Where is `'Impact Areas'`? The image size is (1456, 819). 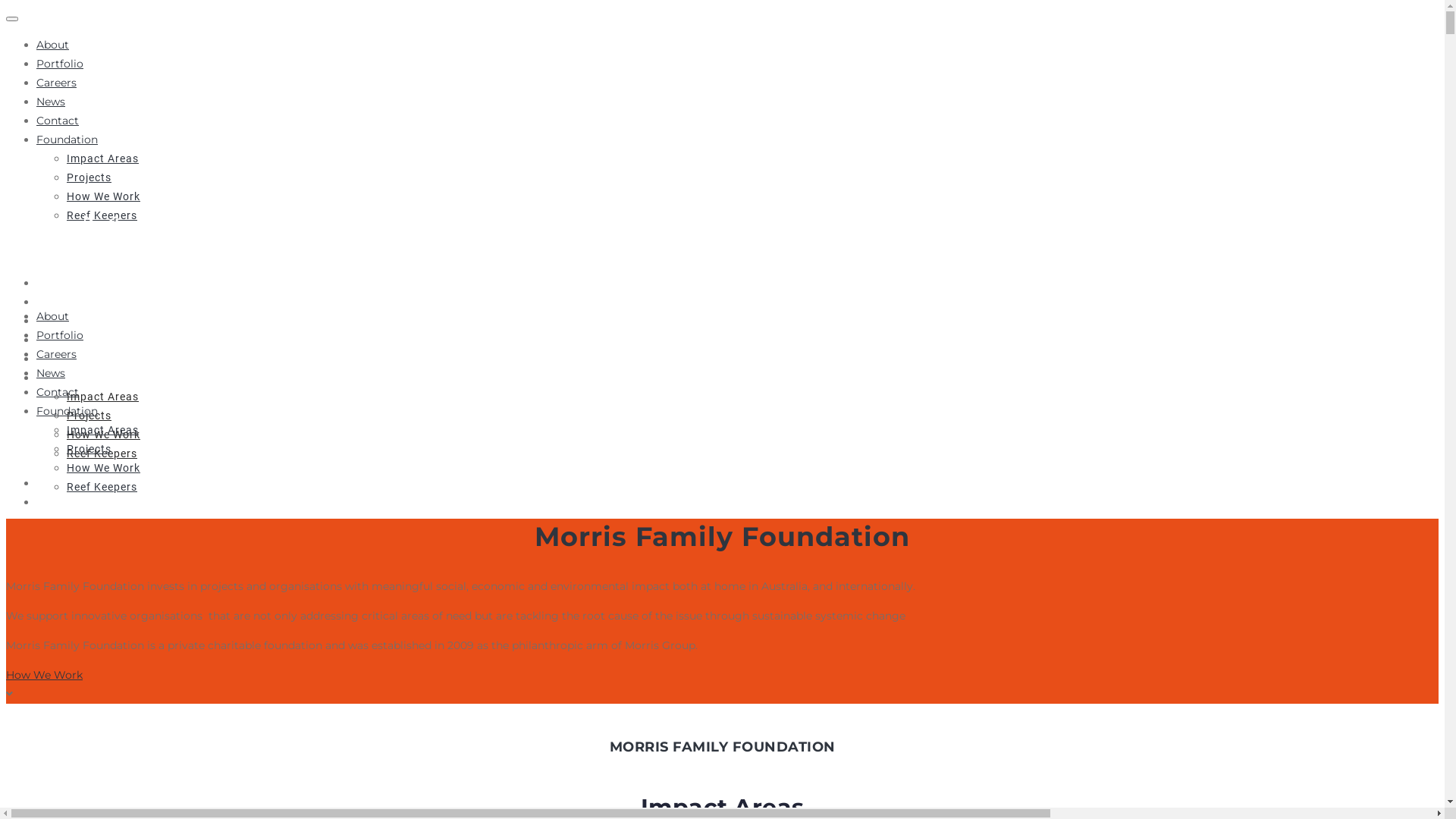
'Impact Areas' is located at coordinates (102, 430).